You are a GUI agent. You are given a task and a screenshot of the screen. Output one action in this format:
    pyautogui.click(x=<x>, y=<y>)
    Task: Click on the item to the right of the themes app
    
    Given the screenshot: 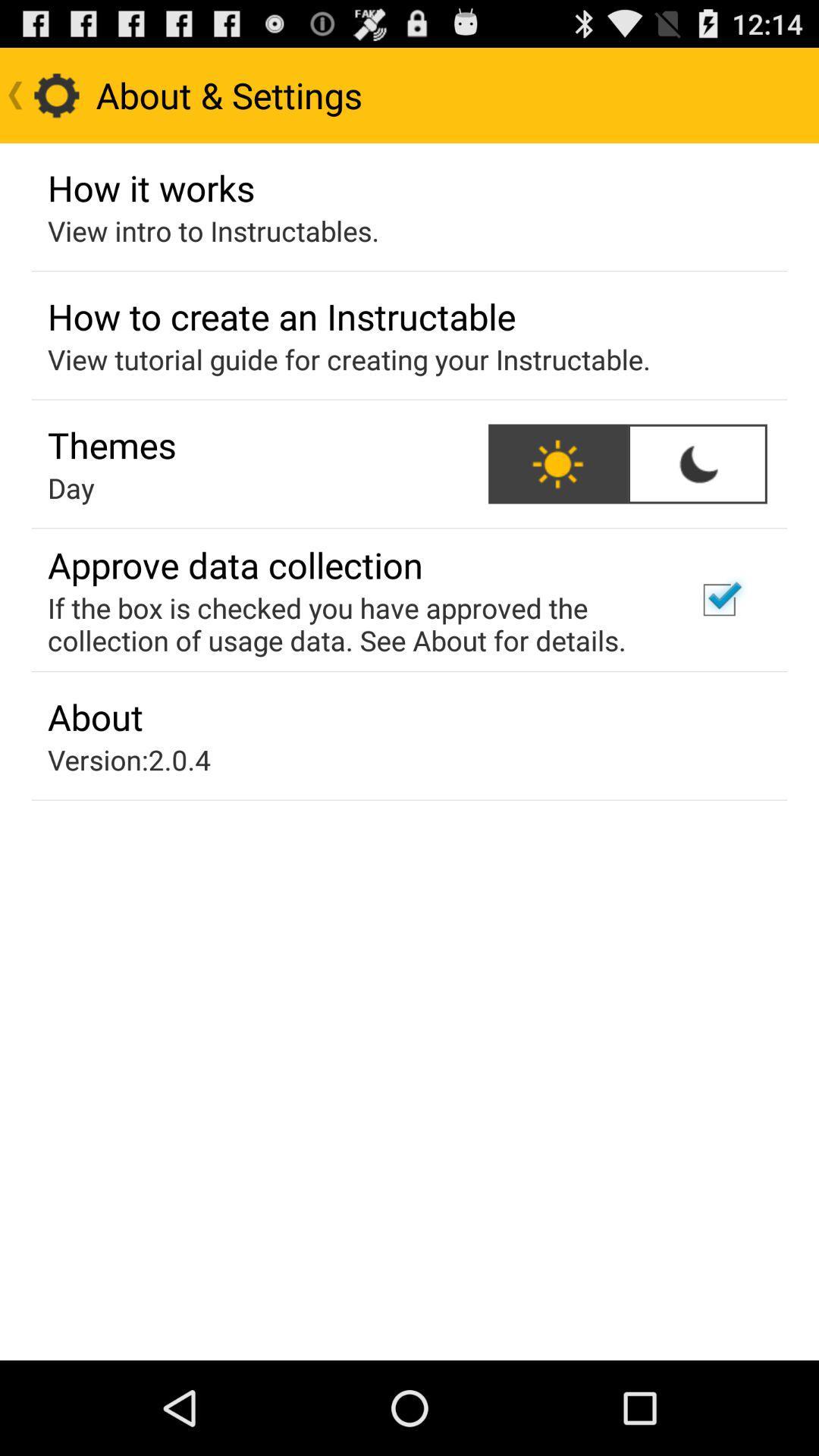 What is the action you would take?
    pyautogui.click(x=558, y=463)
    